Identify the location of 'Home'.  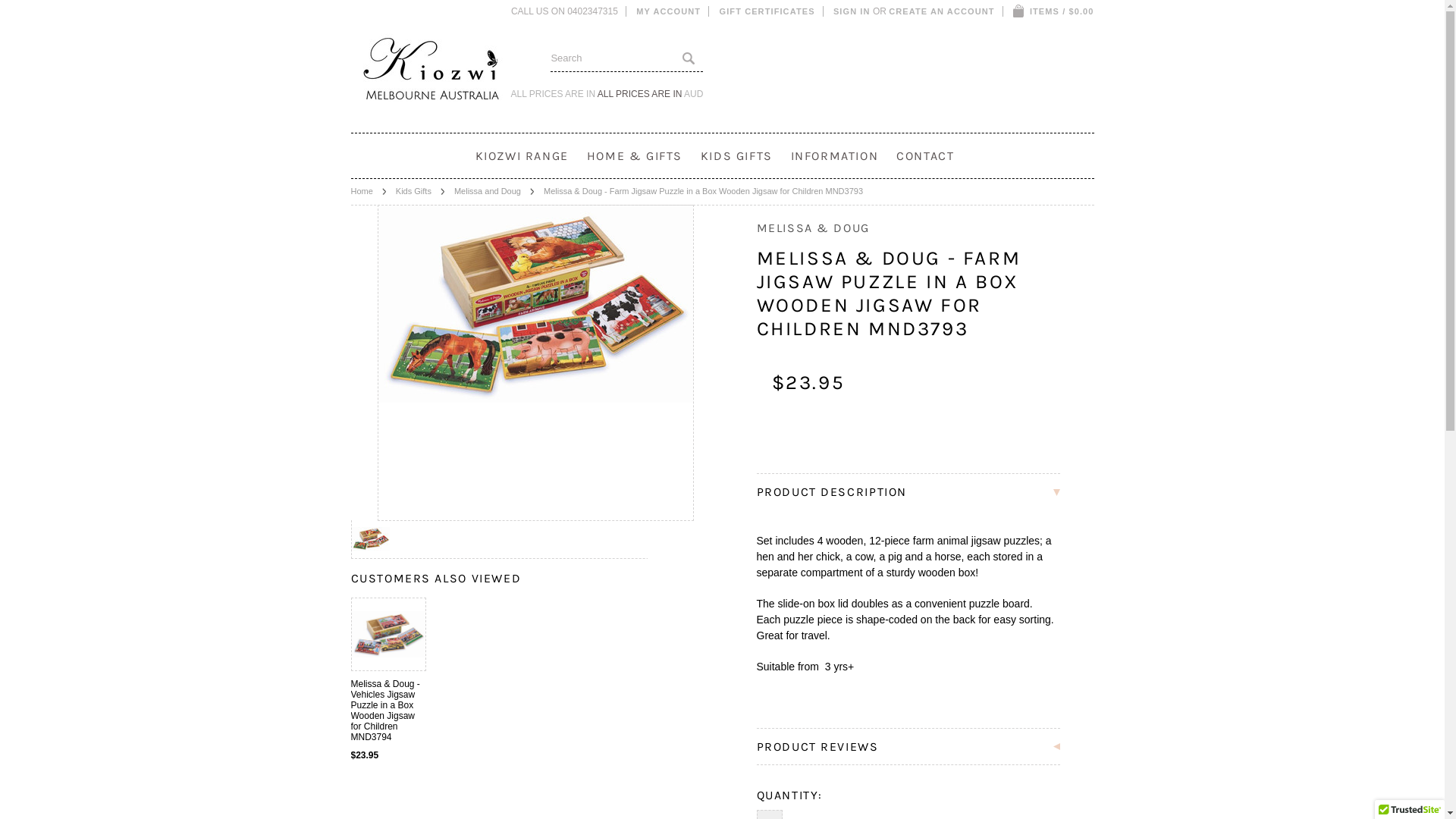
(368, 190).